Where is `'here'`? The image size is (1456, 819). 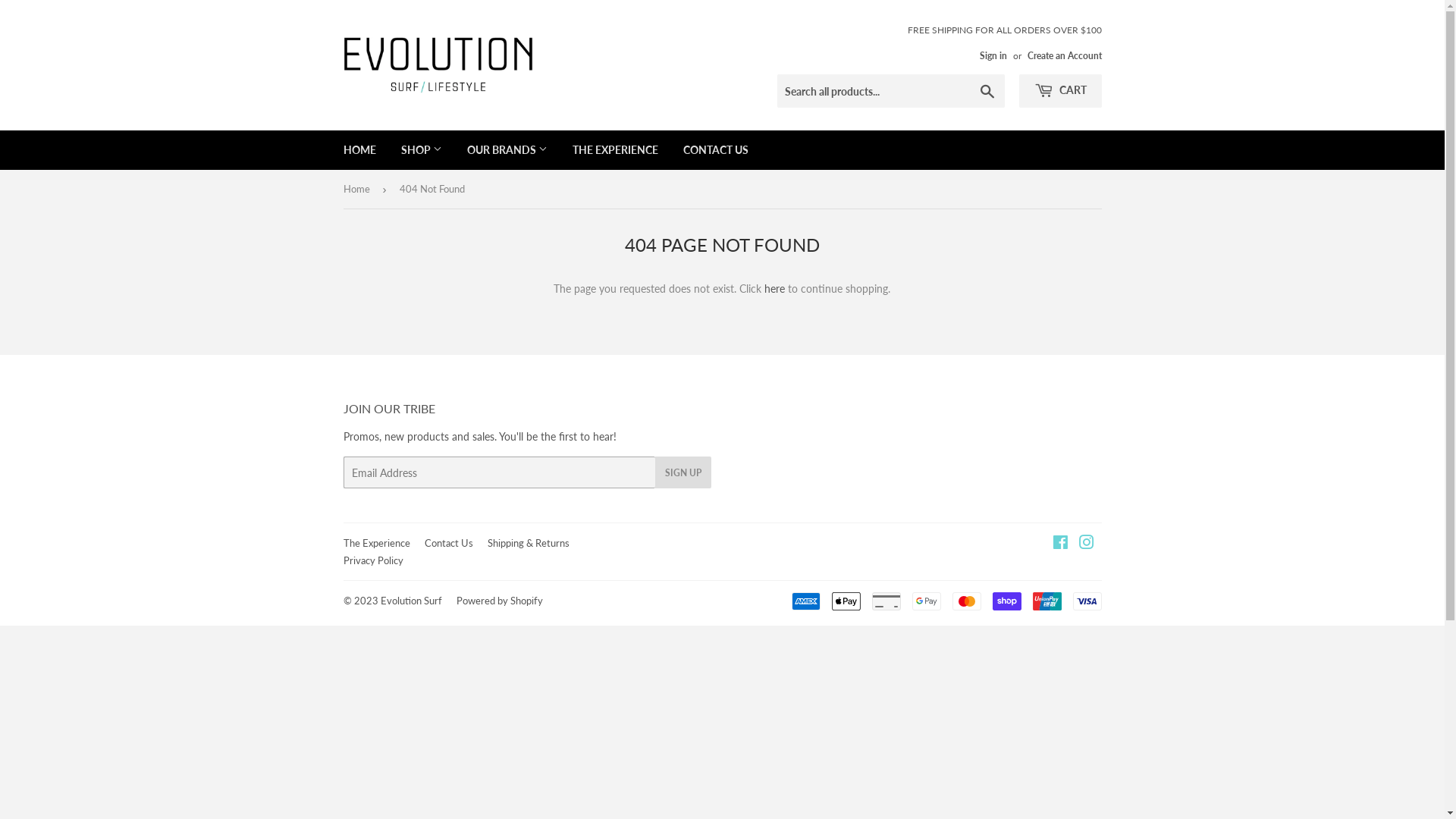
'here' is located at coordinates (774, 288).